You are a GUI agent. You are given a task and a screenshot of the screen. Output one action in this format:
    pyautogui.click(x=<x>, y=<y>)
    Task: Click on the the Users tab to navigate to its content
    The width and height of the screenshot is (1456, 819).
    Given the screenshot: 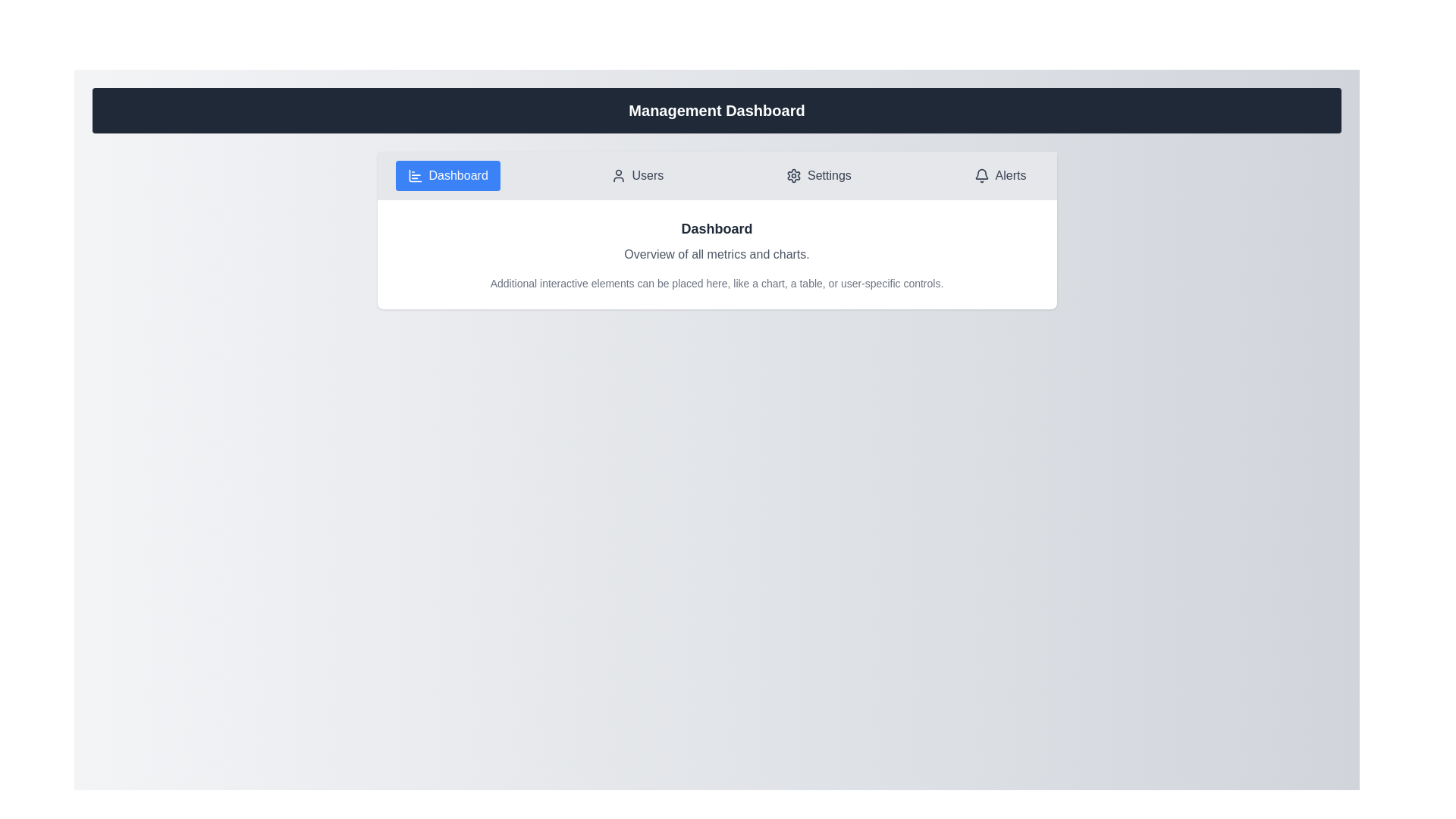 What is the action you would take?
    pyautogui.click(x=637, y=174)
    